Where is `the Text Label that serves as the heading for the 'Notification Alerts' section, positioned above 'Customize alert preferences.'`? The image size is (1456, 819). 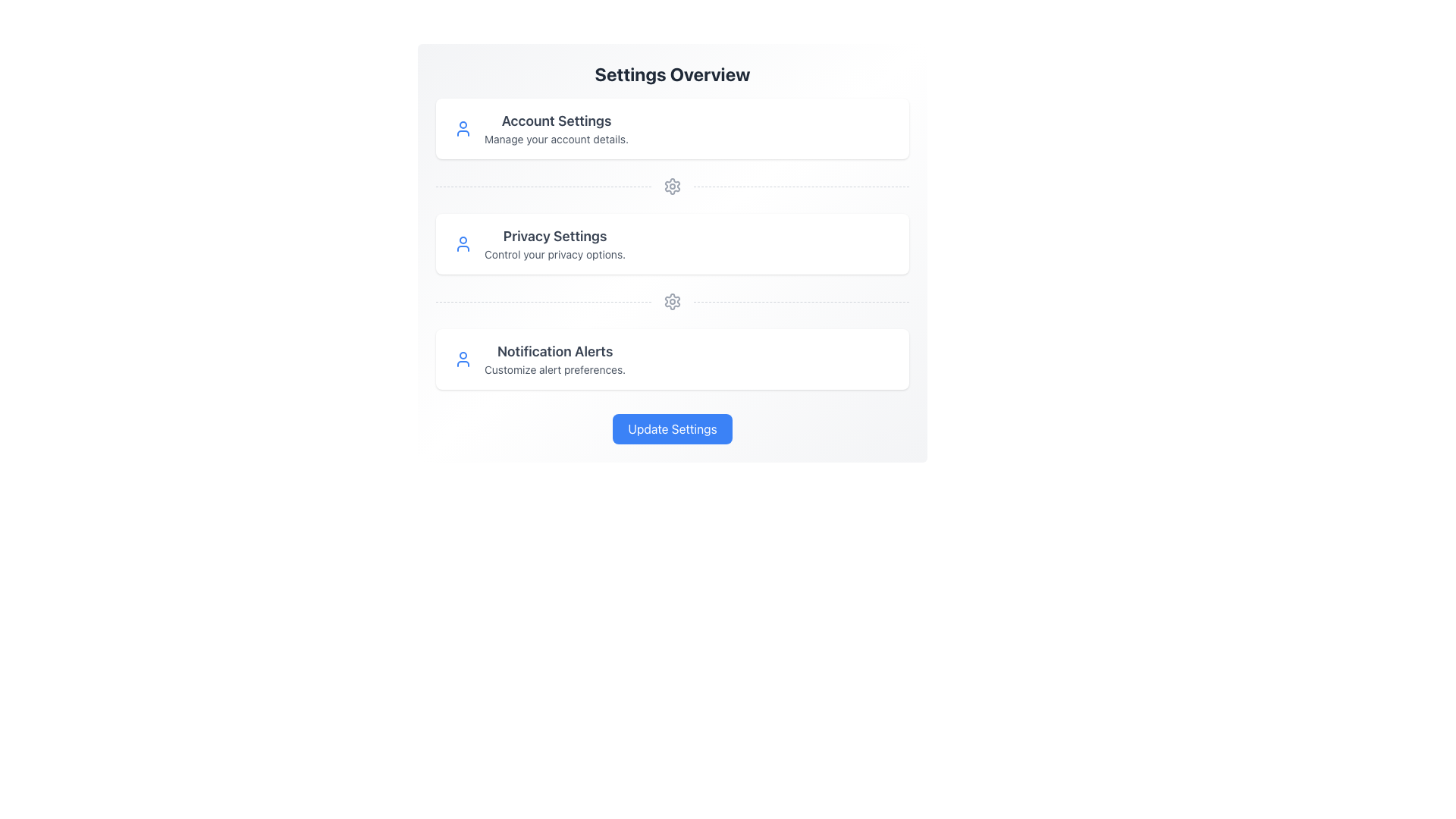 the Text Label that serves as the heading for the 'Notification Alerts' section, positioned above 'Customize alert preferences.' is located at coordinates (554, 351).